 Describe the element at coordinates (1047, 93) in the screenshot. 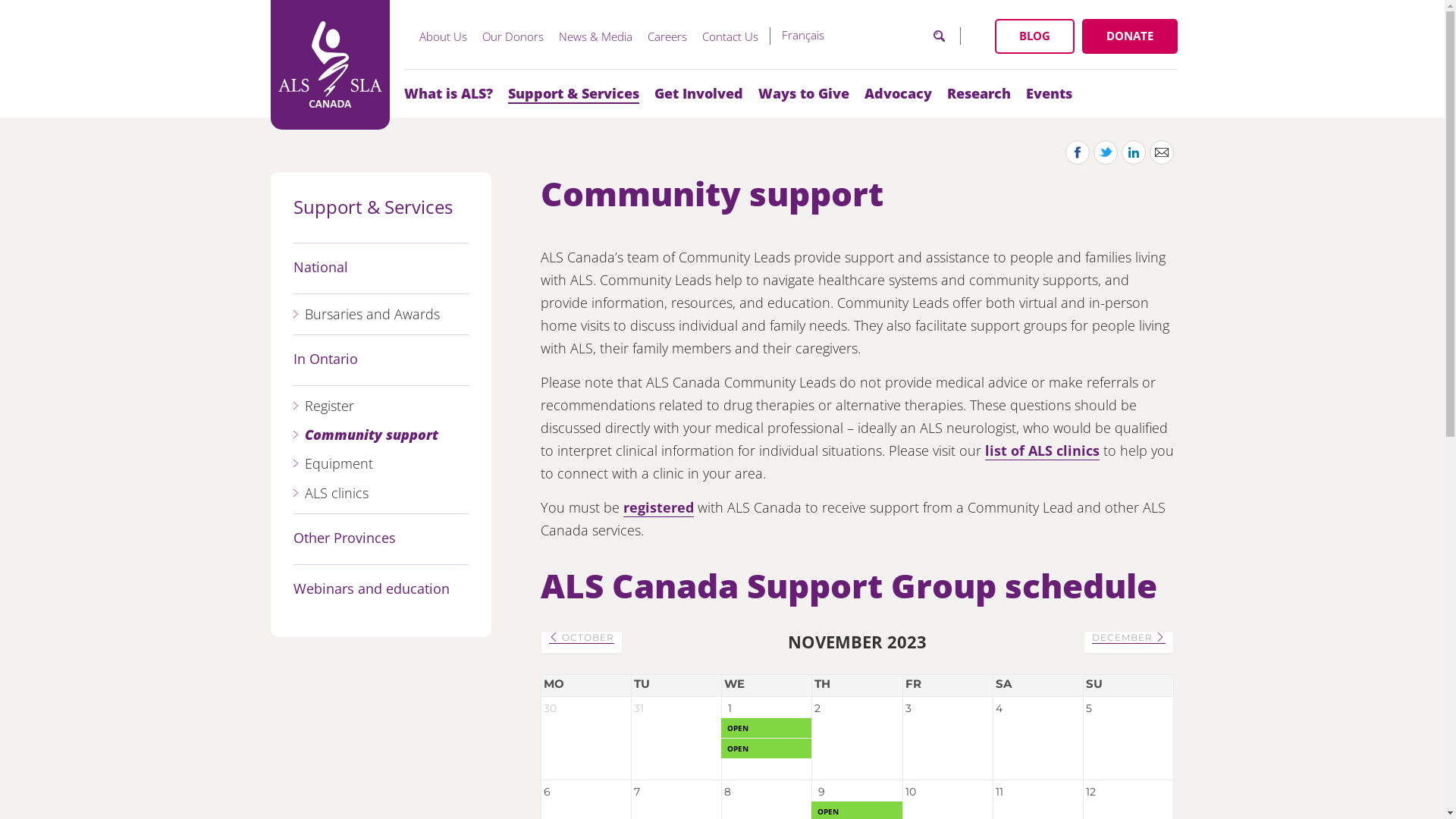

I see `'Events'` at that location.